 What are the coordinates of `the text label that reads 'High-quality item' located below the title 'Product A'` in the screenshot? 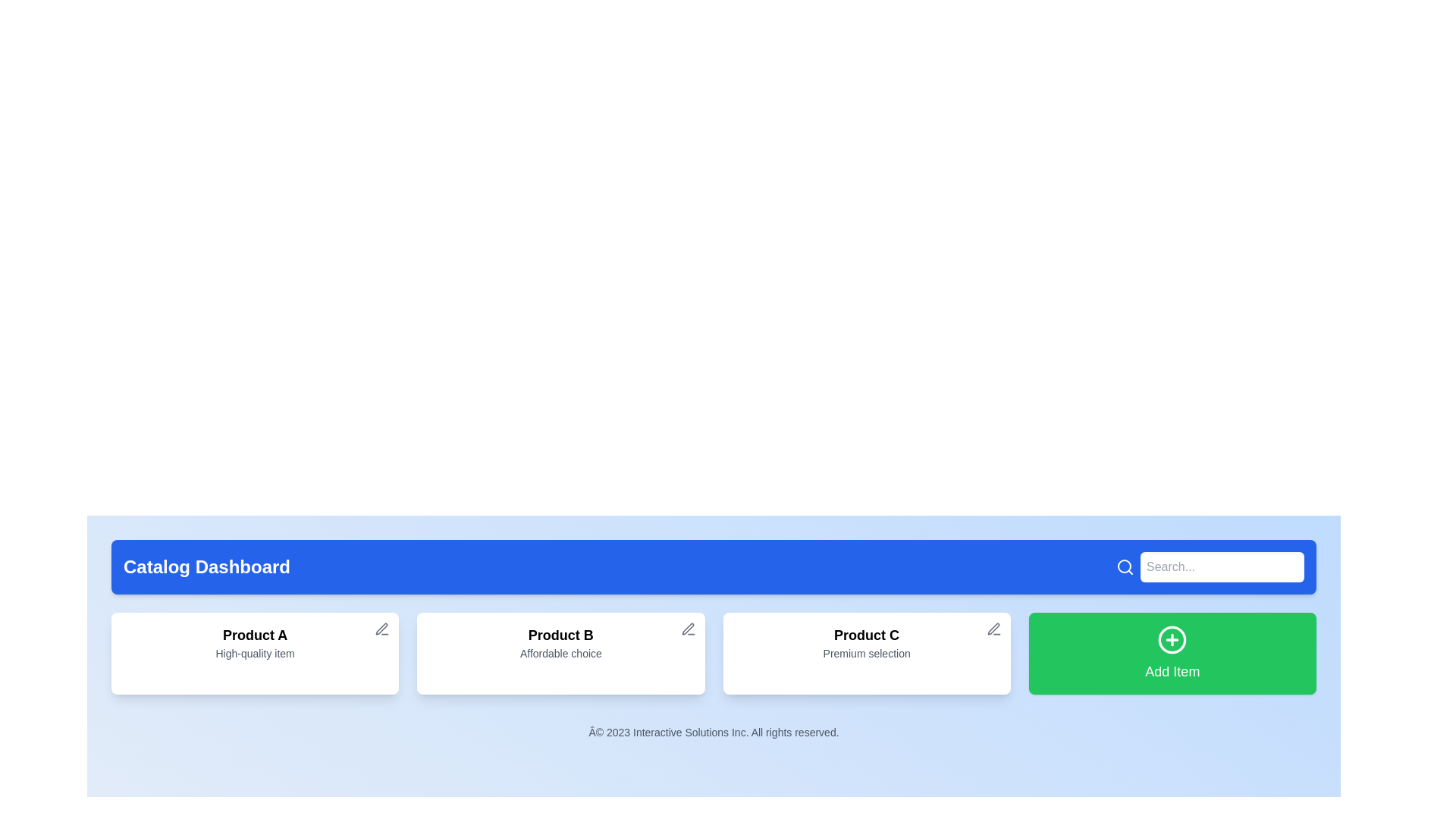 It's located at (255, 652).